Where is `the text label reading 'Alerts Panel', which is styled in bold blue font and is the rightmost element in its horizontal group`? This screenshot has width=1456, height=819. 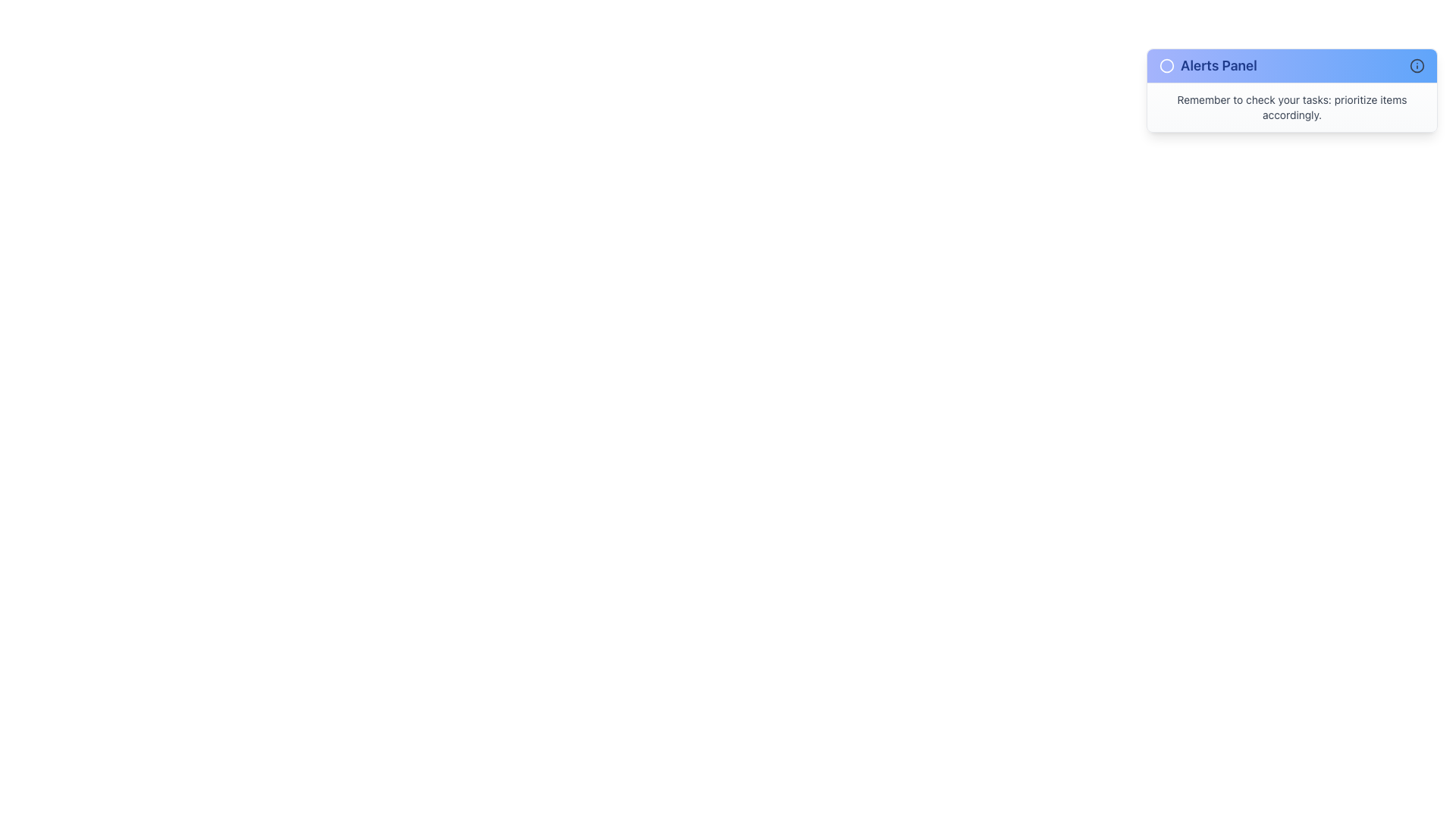 the text label reading 'Alerts Panel', which is styled in bold blue font and is the rightmost element in its horizontal group is located at coordinates (1219, 65).